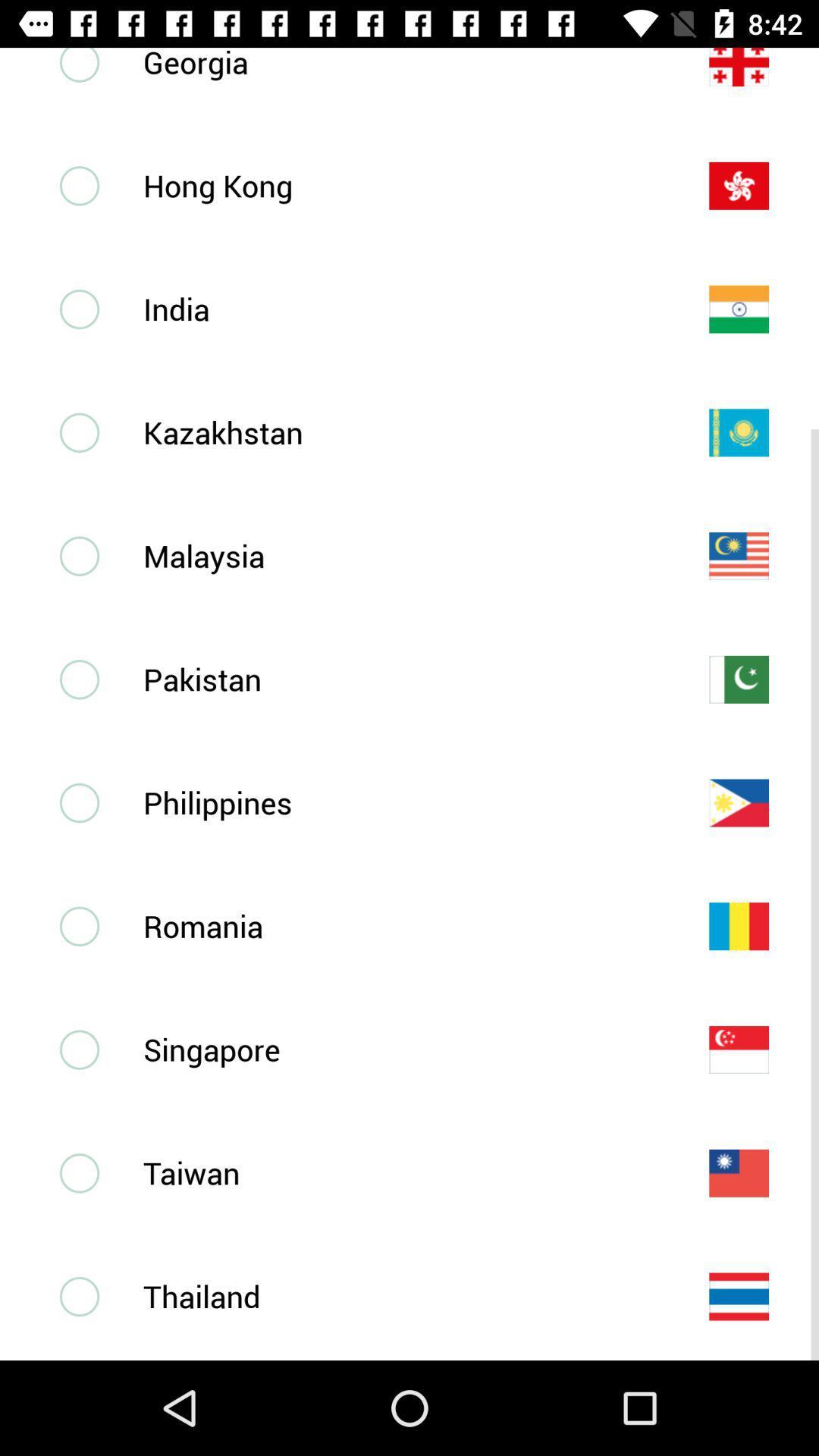  Describe the element at coordinates (400, 678) in the screenshot. I see `the pakistan item` at that location.